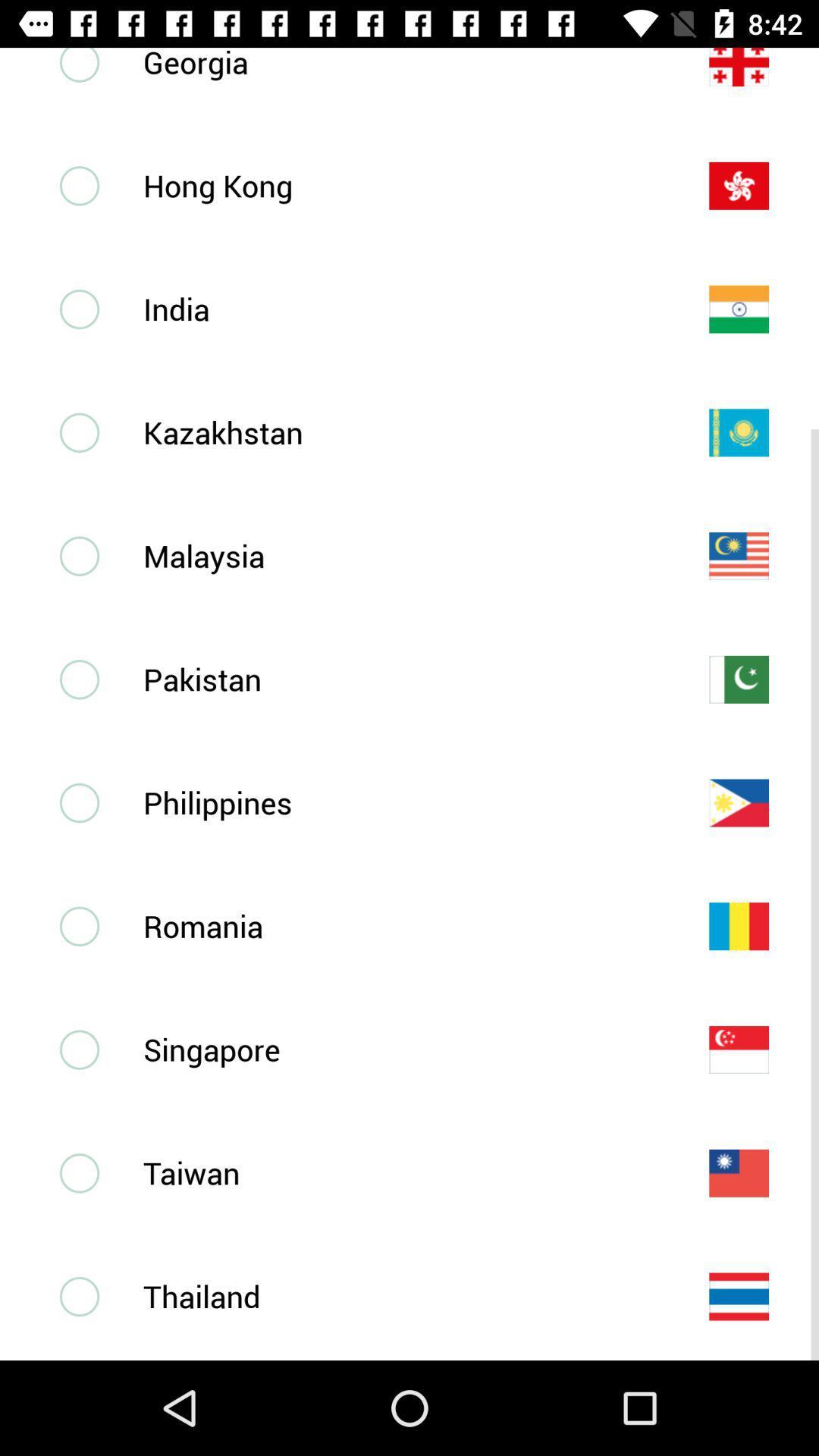  Describe the element at coordinates (400, 678) in the screenshot. I see `the pakistan item` at that location.